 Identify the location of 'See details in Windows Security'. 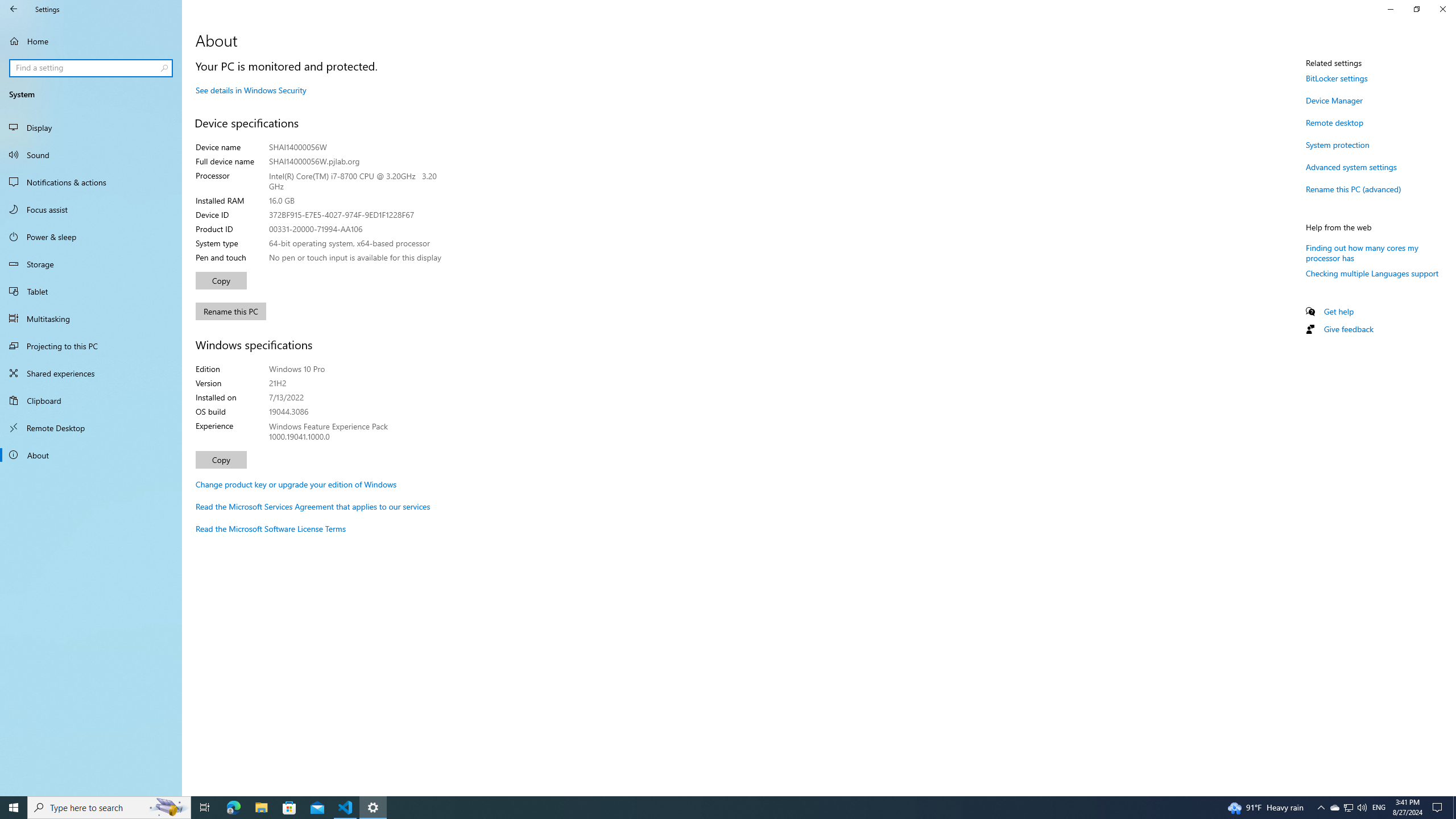
(250, 89).